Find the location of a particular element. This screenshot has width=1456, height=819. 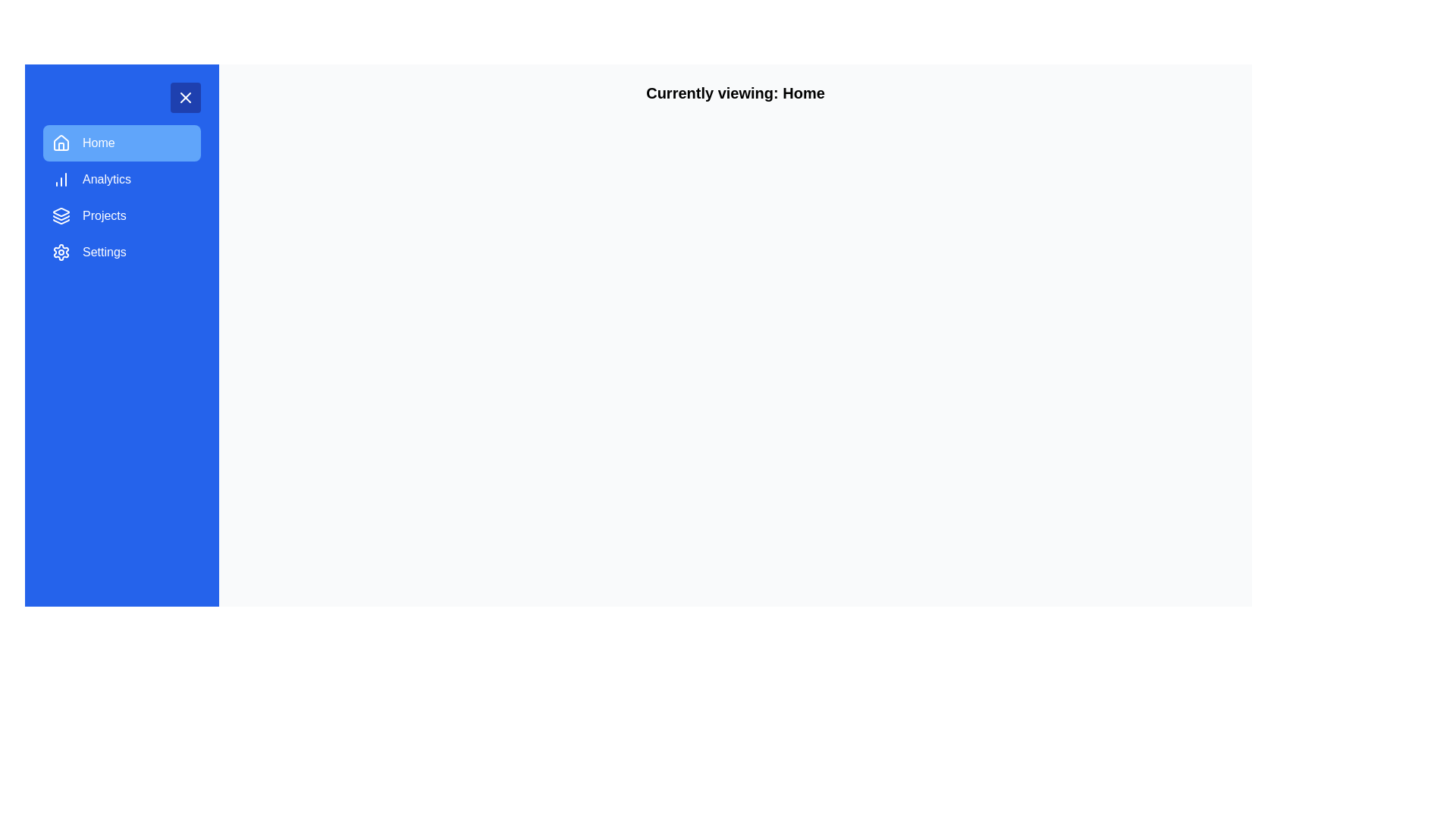

the 'Projects' button in the vertical menu, which is the third option below 'Analytics' and above 'Settings' is located at coordinates (122, 216).